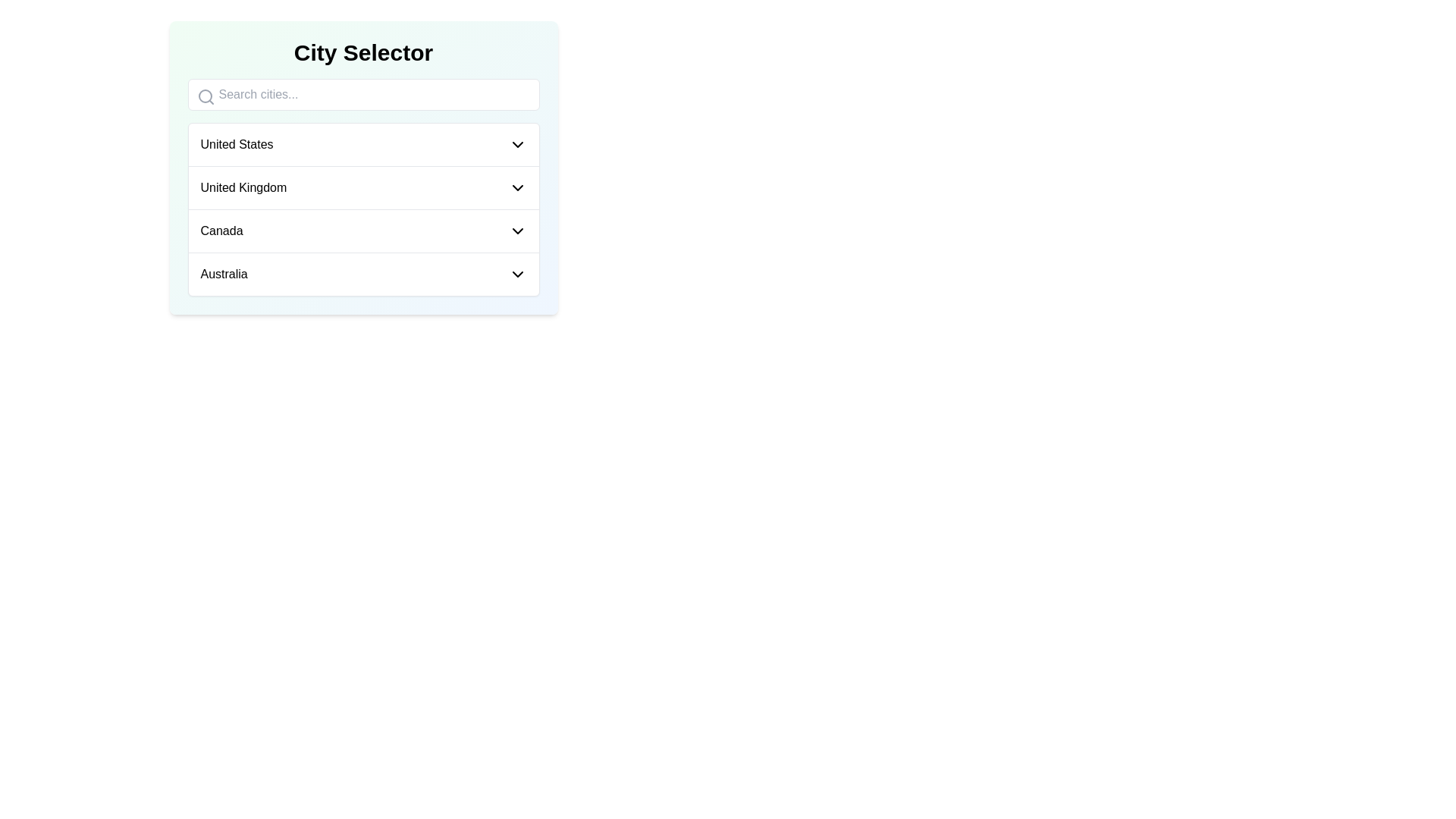  Describe the element at coordinates (204, 96) in the screenshot. I see `the circular search icon component that is part of the magnifying glass icon located within the input field labeled 'Search cities...'` at that location.